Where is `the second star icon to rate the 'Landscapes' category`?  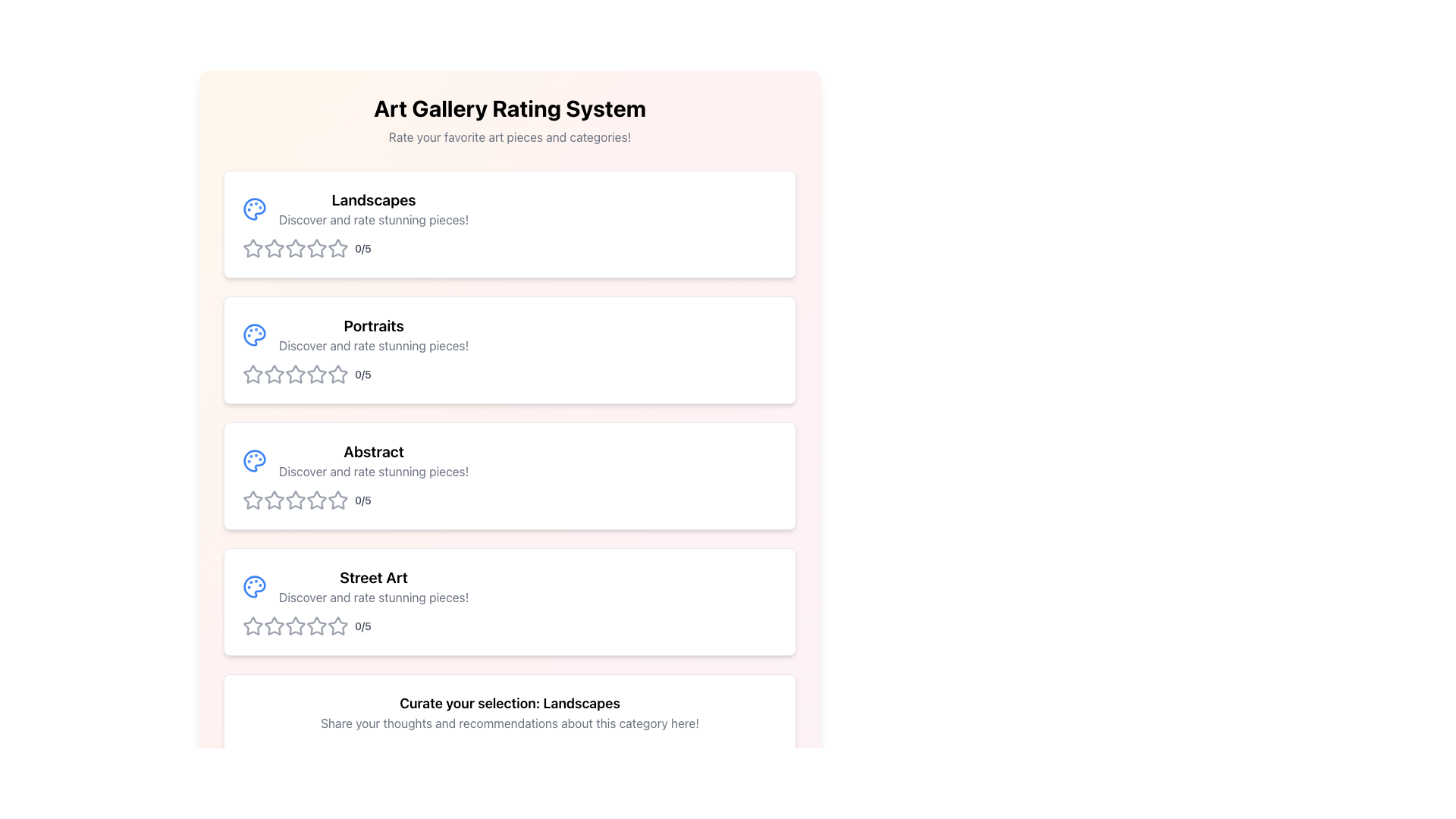
the second star icon to rate the 'Landscapes' category is located at coordinates (315, 247).